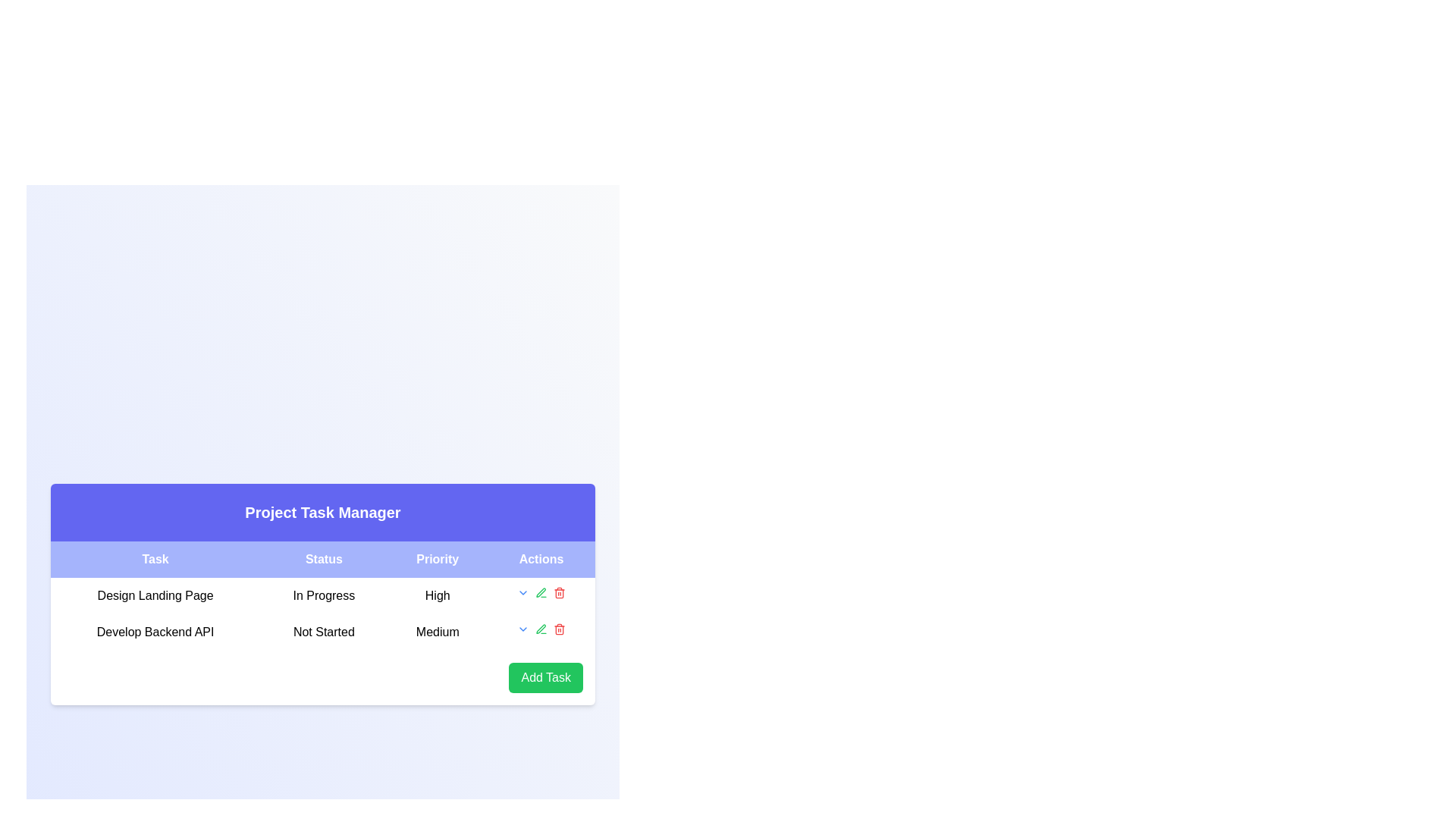 The image size is (1456, 819). Describe the element at coordinates (541, 591) in the screenshot. I see `the stylized pen icon located in the 'Actions' column of the second row of the project task table` at that location.